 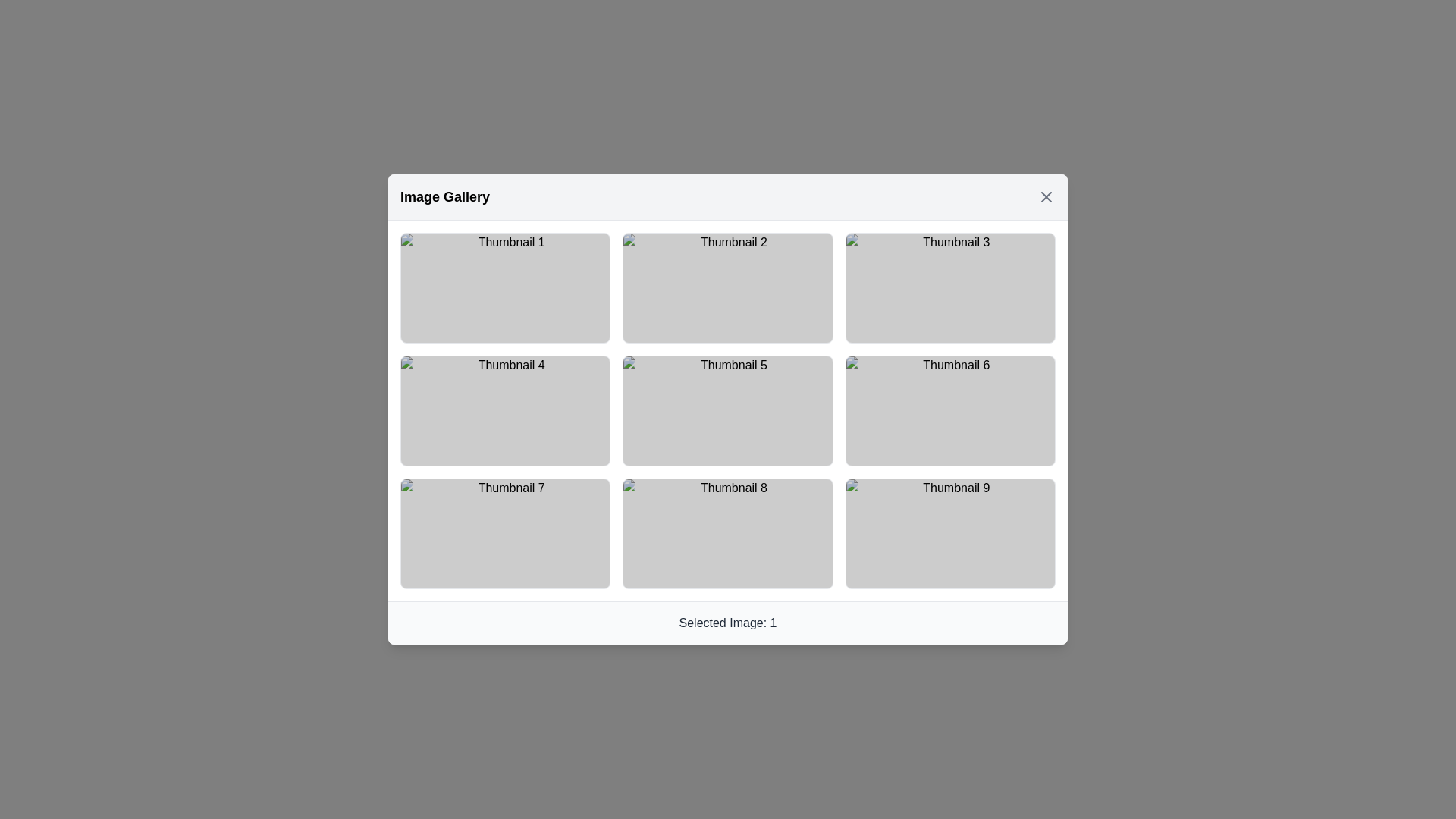 What do you see at coordinates (728, 623) in the screenshot?
I see `the unique text label at the bottom center of the modal window that indicates the currently selected image in the gallery` at bounding box center [728, 623].